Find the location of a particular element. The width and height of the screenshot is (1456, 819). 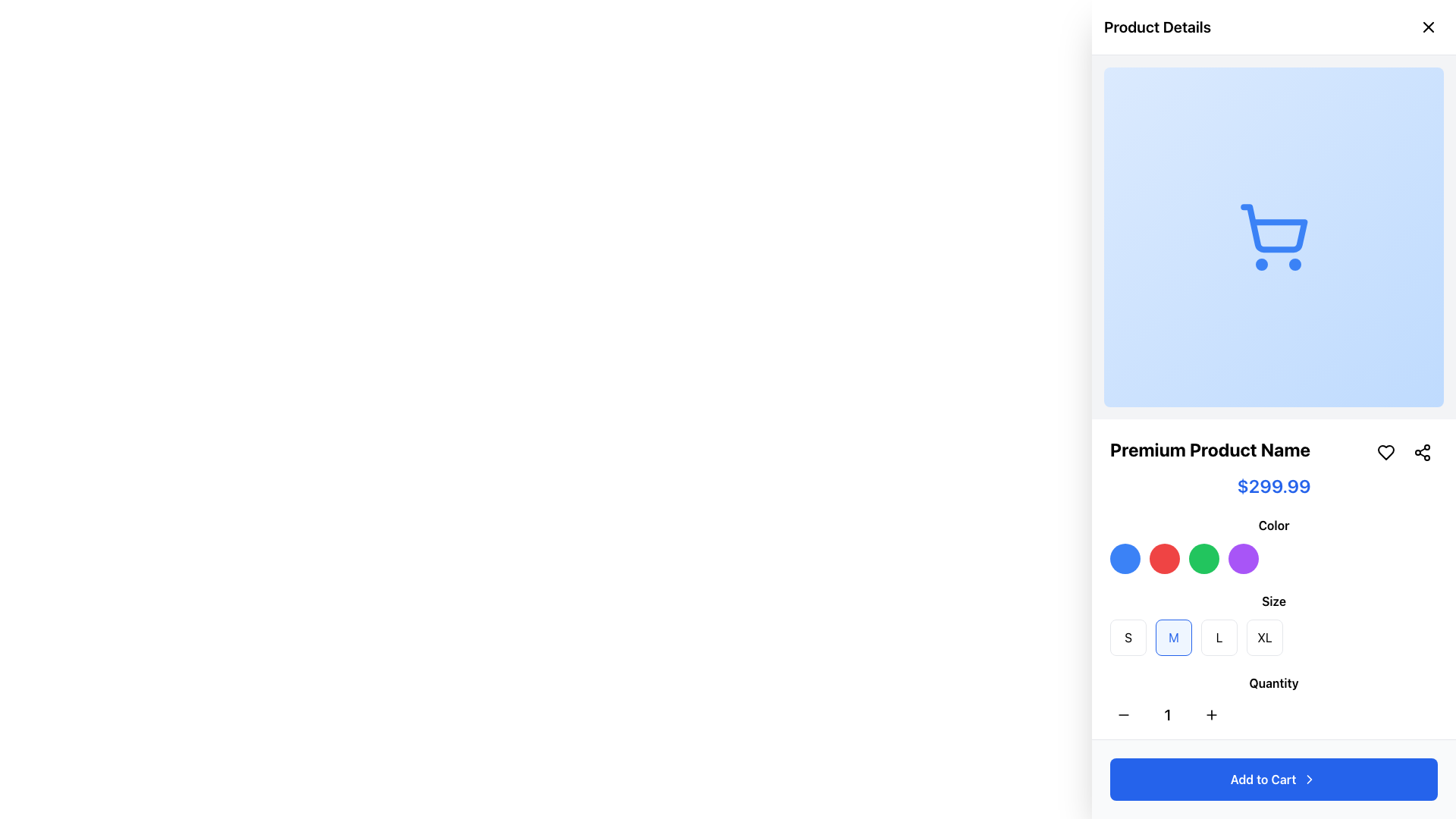

the increment and decrement buttons of the Quantity selector, which is labeled 'Quantity' and is centrally aligned within the right-hand panel is located at coordinates (1274, 701).